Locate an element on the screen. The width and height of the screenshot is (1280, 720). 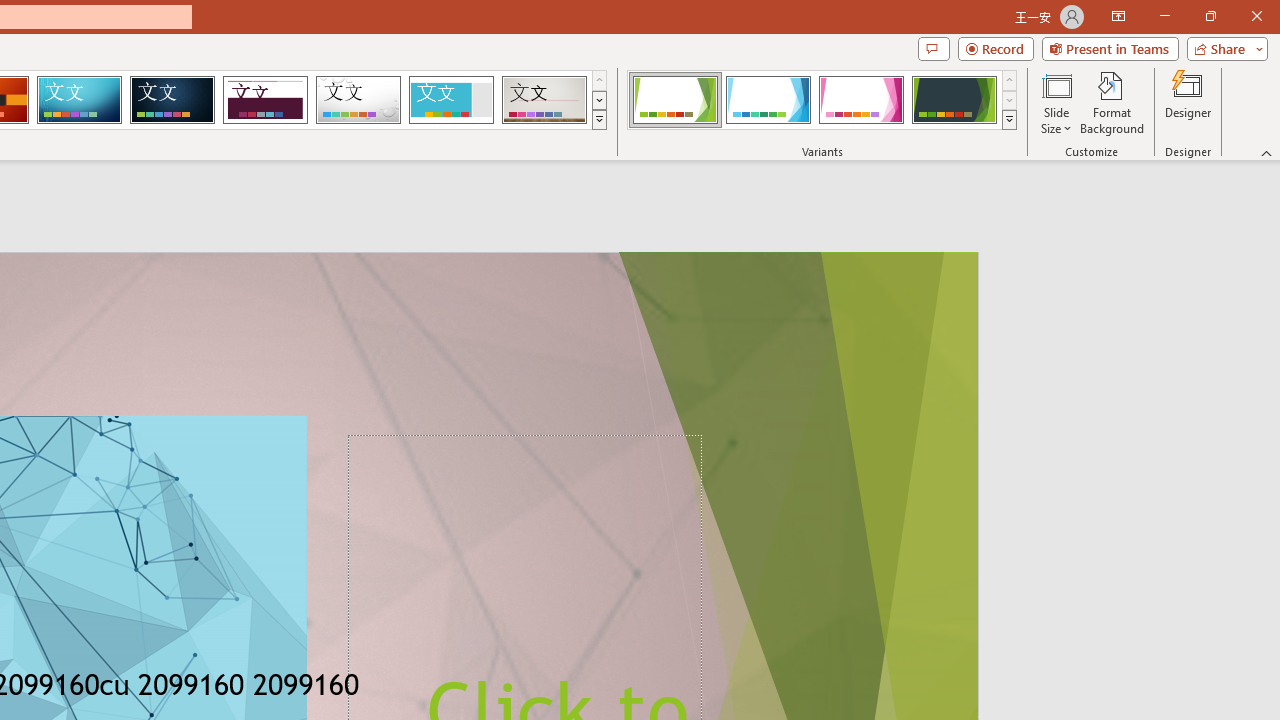
'Droplet Loading Preview...' is located at coordinates (358, 100).